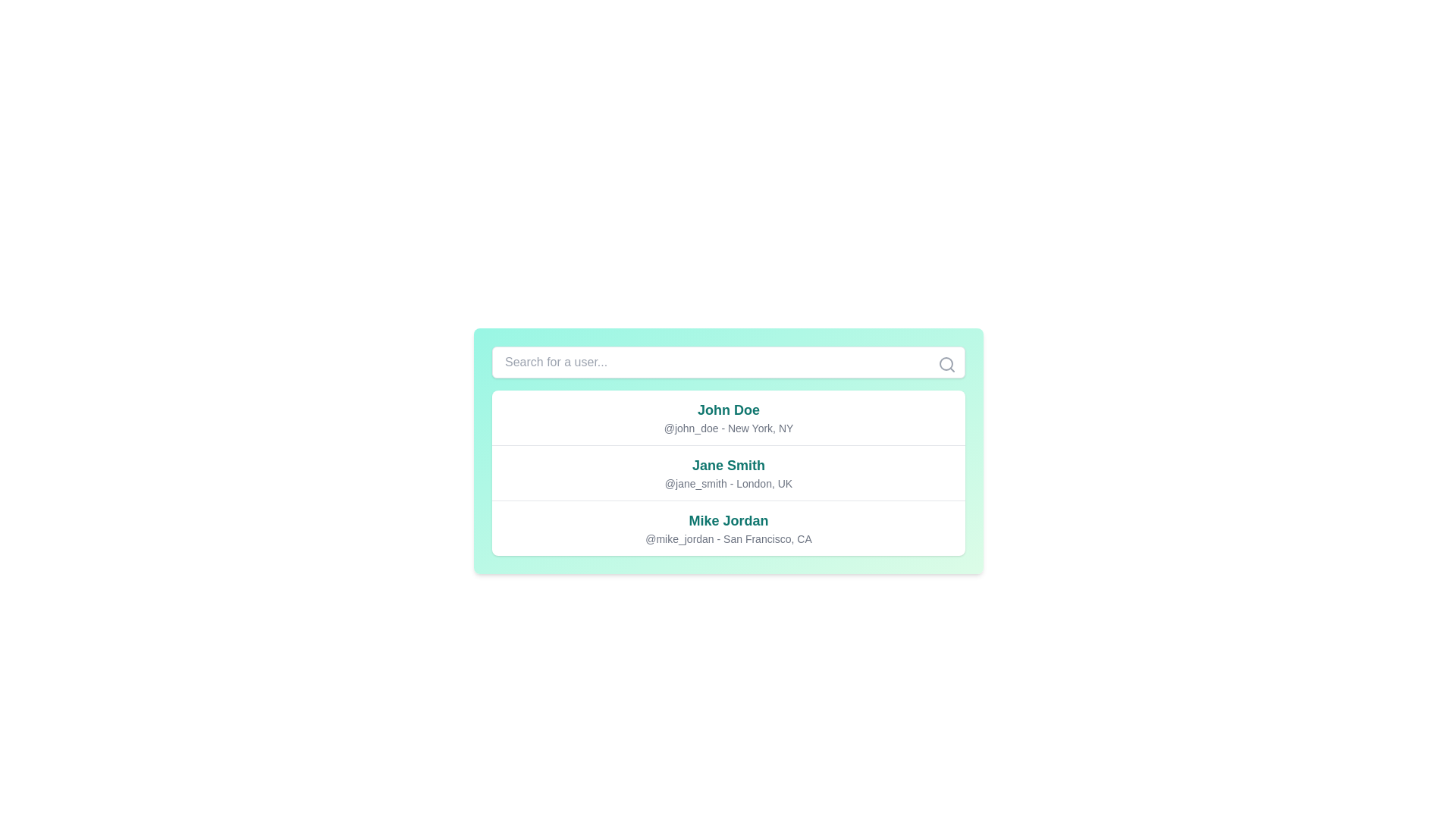 The height and width of the screenshot is (819, 1456). Describe the element at coordinates (728, 483) in the screenshot. I see `the text label displaying '@jane_smith - London, UK', which is styled with a small font size and gray color, positioned beneath the larger text 'Jane Smith'` at that location.